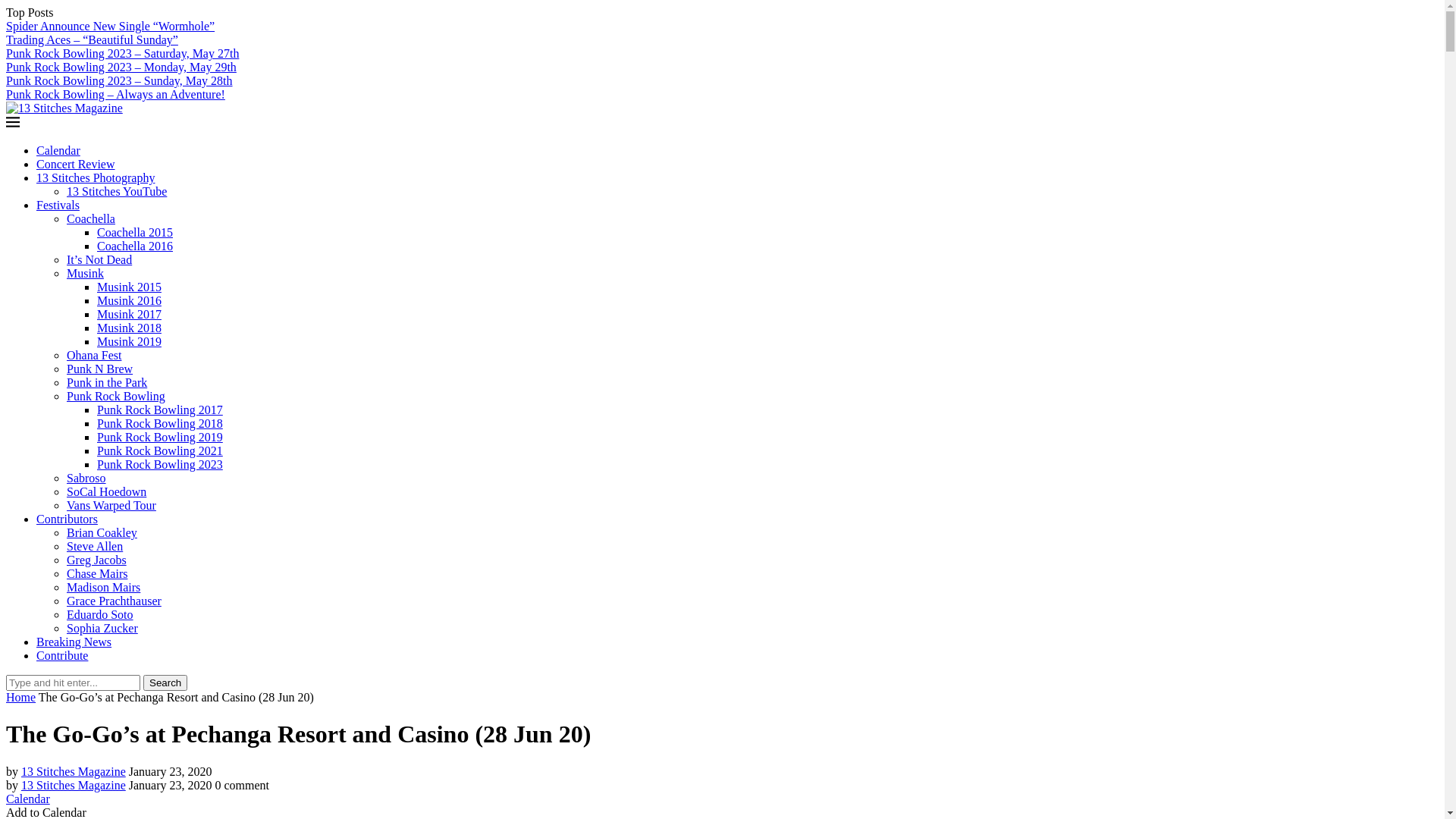 This screenshot has width=1456, height=819. I want to click on 'Breaking News', so click(73, 642).